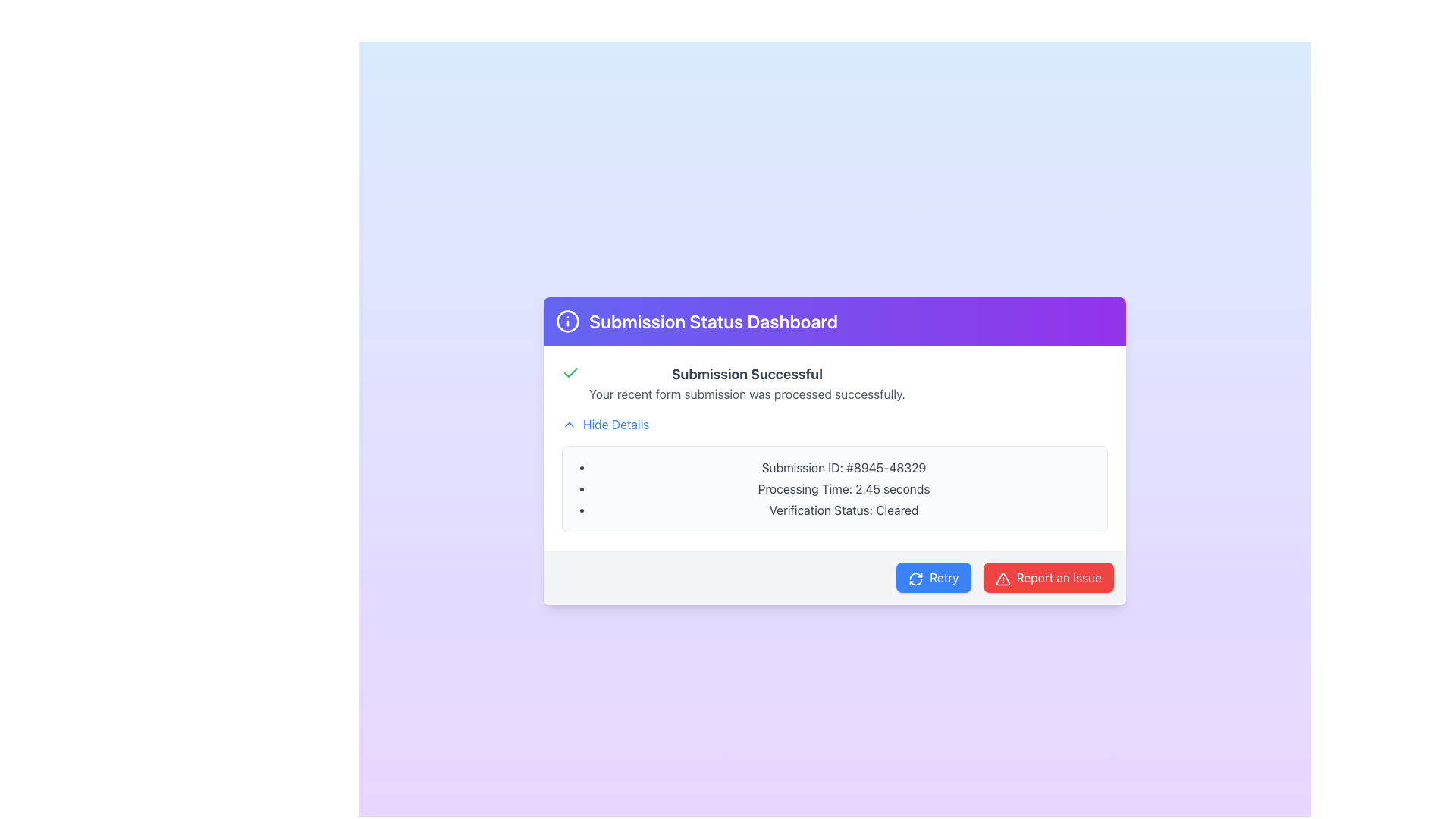 The height and width of the screenshot is (819, 1456). I want to click on the alert icon that is part of the 'Report an Issue' button component, located to the left of the button's text in the bottom-right corner of the dialog, so click(1003, 579).